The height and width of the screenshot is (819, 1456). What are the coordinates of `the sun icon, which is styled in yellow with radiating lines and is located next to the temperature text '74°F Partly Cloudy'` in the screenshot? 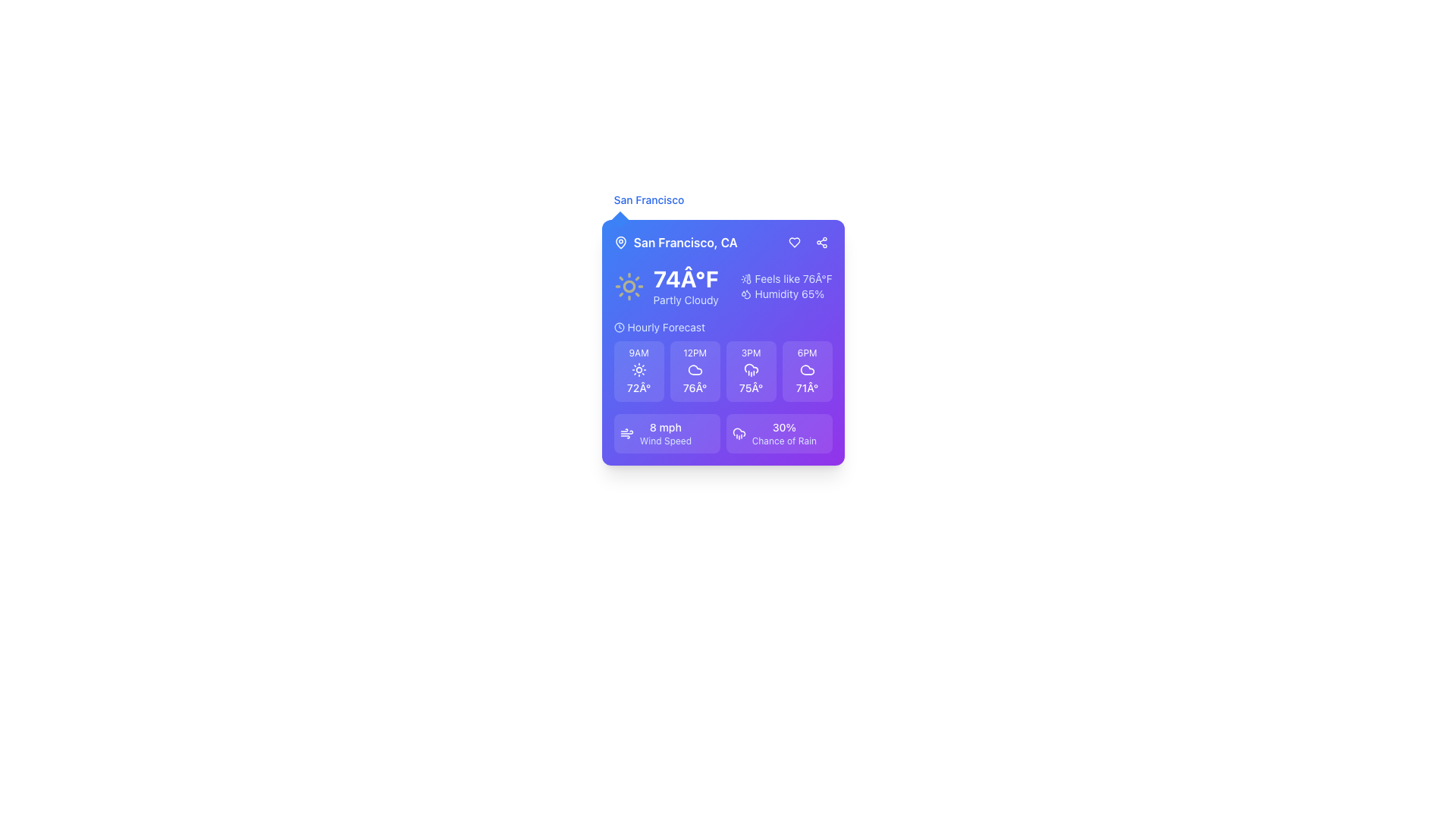 It's located at (629, 287).